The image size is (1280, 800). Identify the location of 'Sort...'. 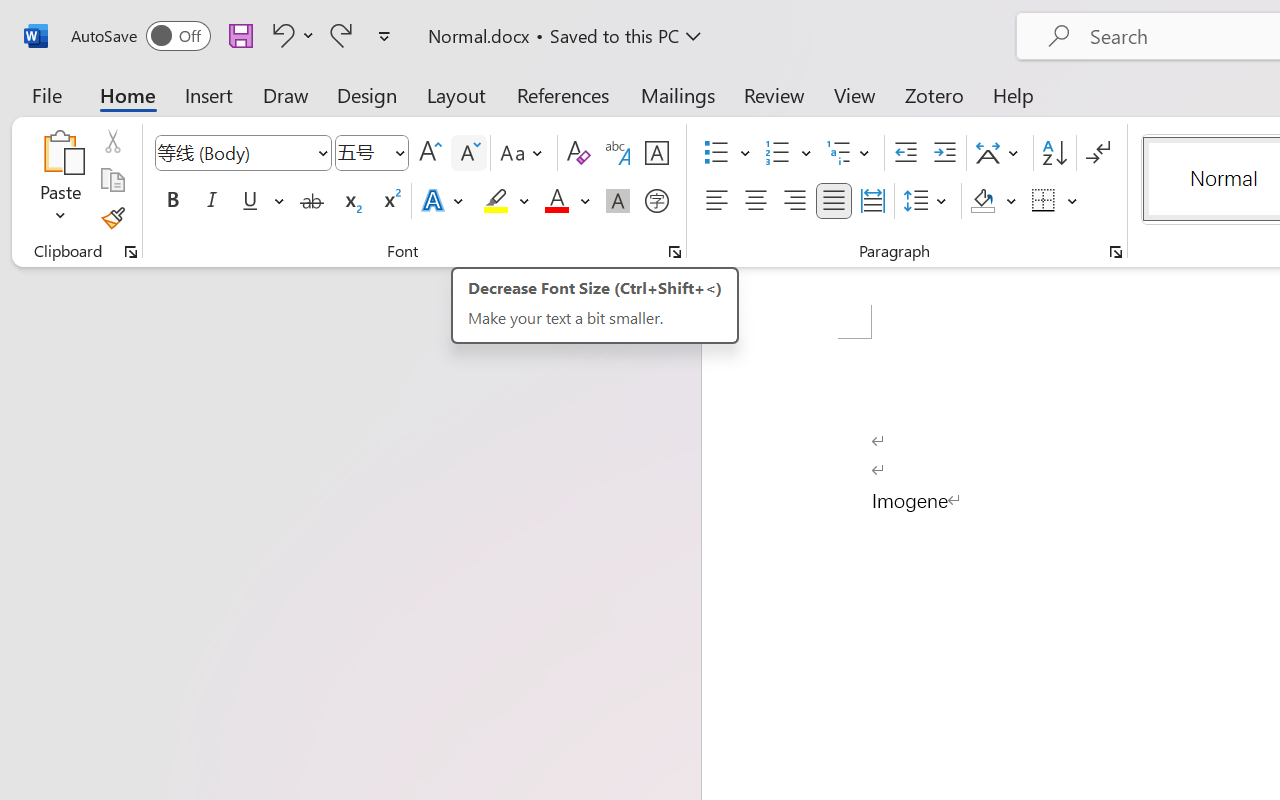
(1053, 153).